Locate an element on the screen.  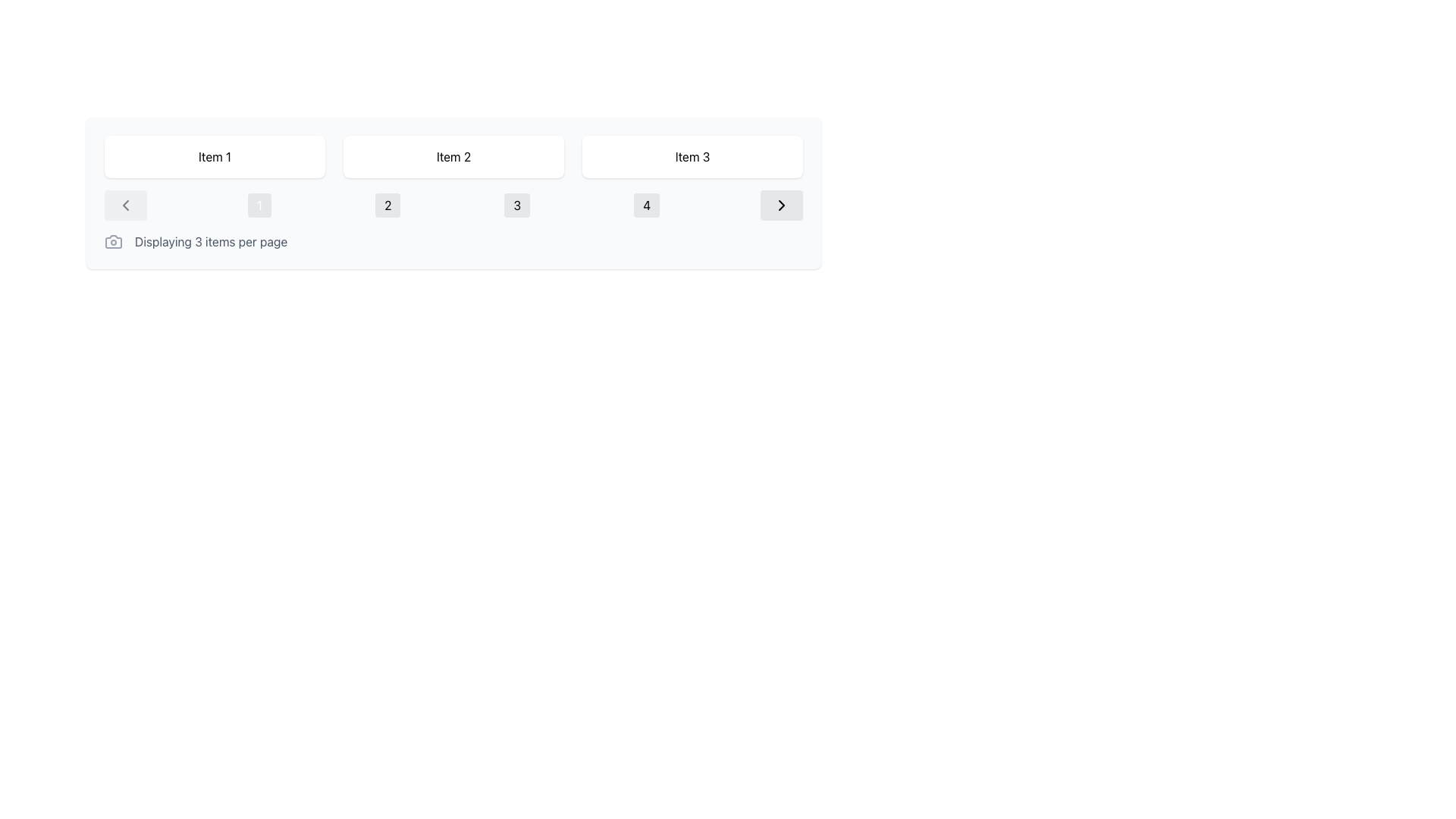
the left chevron icon is located at coordinates (126, 205).